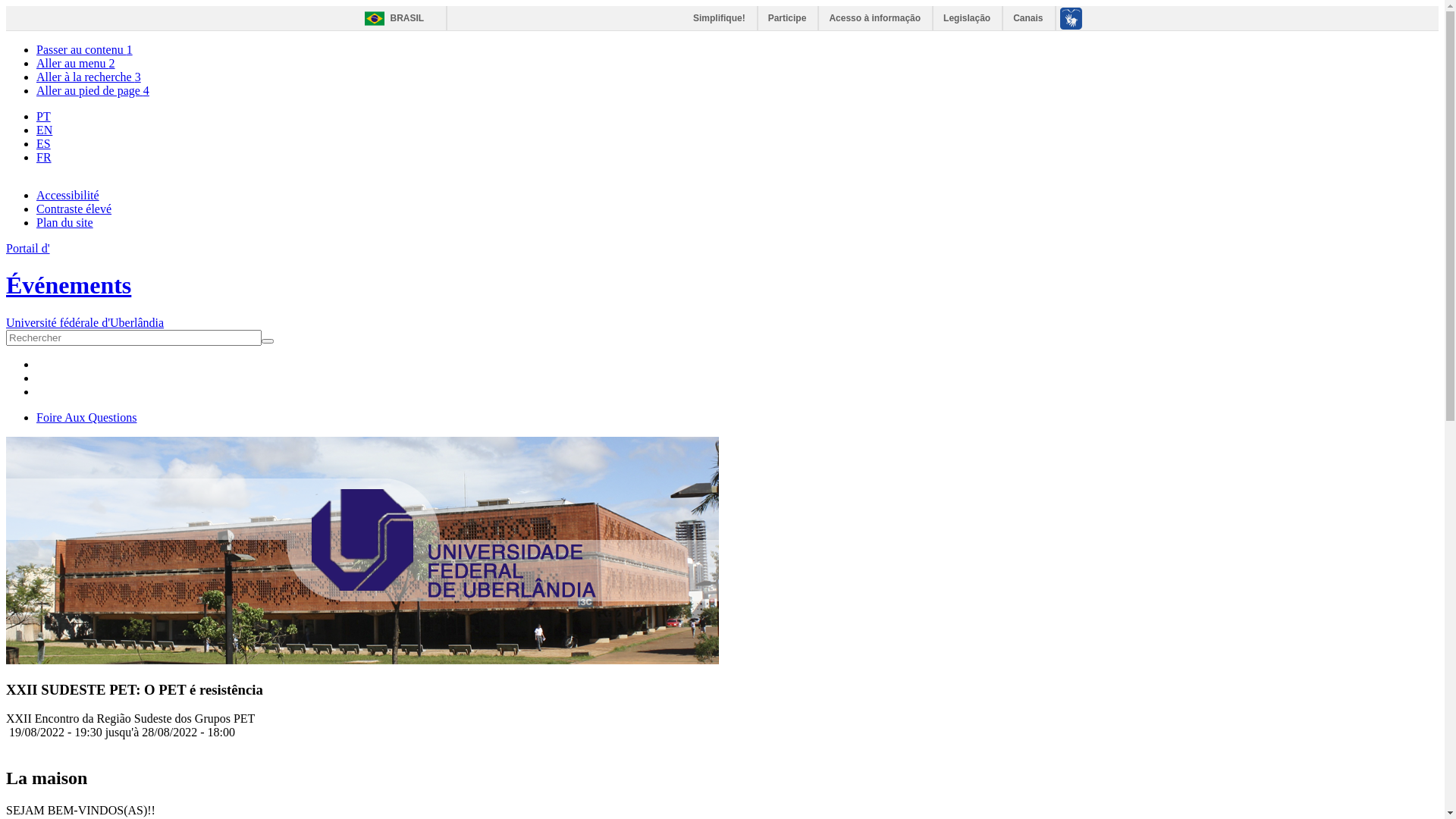 This screenshot has height=819, width=1456. What do you see at coordinates (43, 157) in the screenshot?
I see `'FR'` at bounding box center [43, 157].